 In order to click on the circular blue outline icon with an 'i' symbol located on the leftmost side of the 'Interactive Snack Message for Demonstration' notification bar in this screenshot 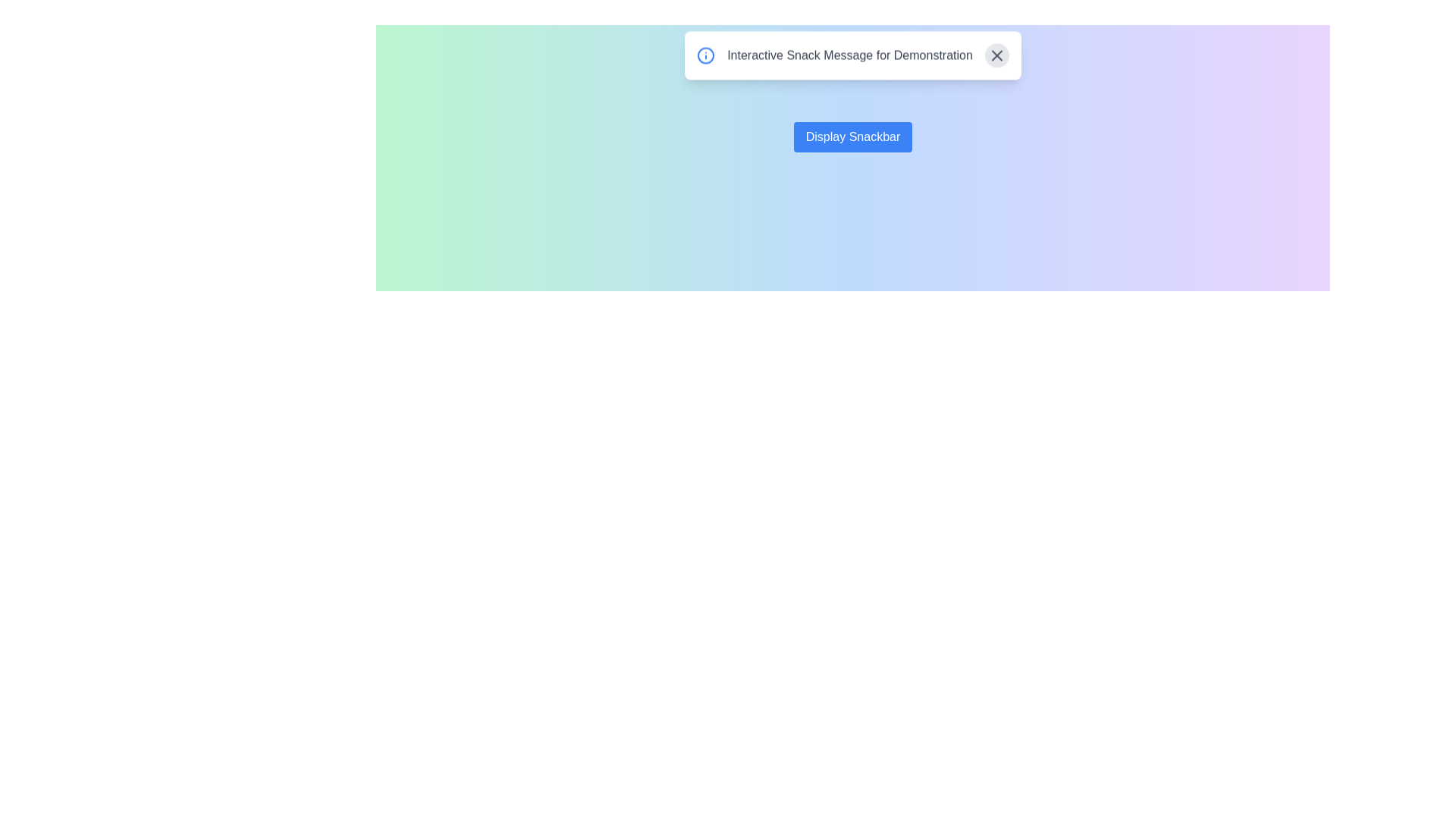, I will do `click(705, 61)`.